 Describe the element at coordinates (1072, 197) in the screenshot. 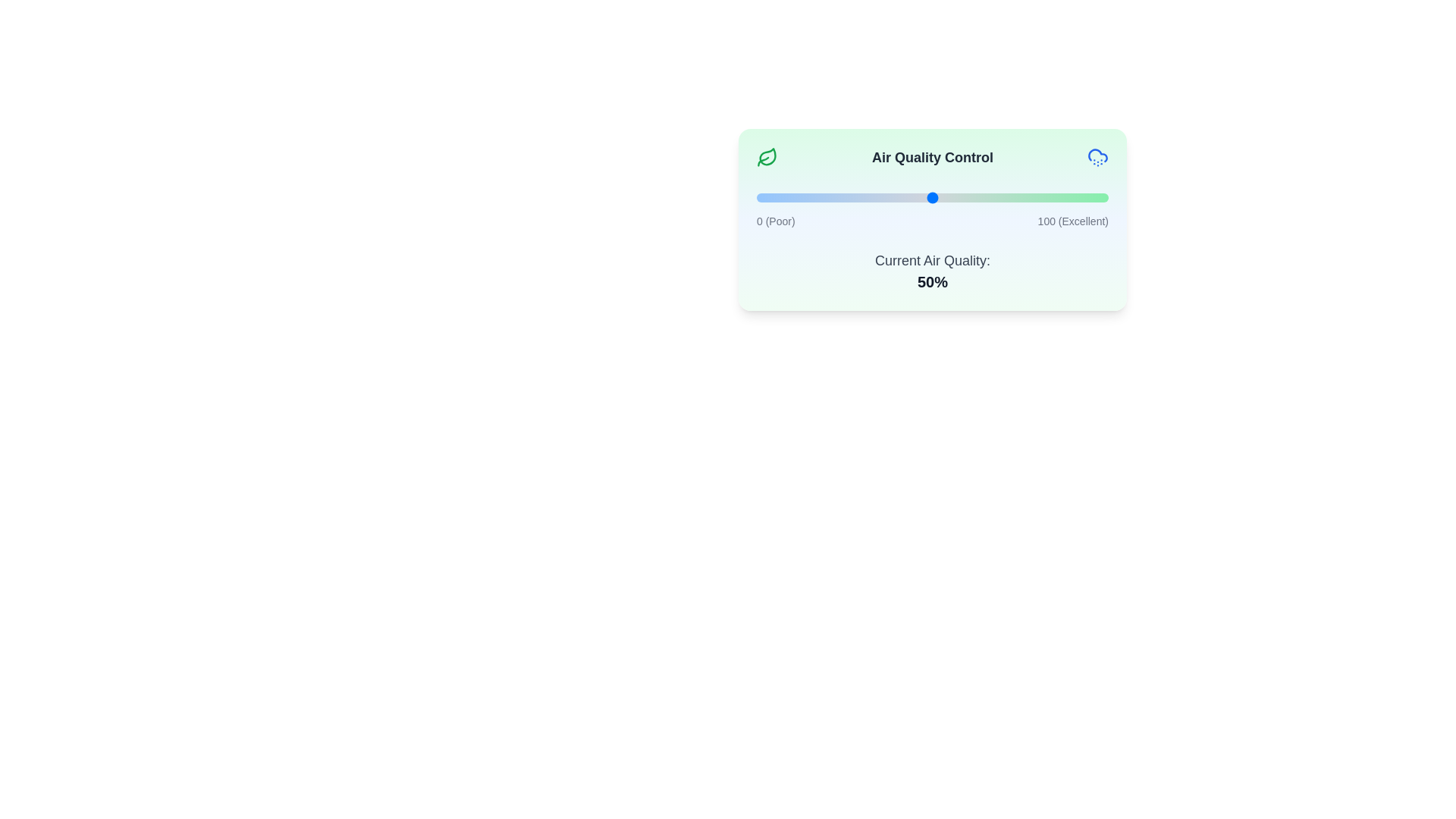

I see `the air quality slider to 90%` at that location.